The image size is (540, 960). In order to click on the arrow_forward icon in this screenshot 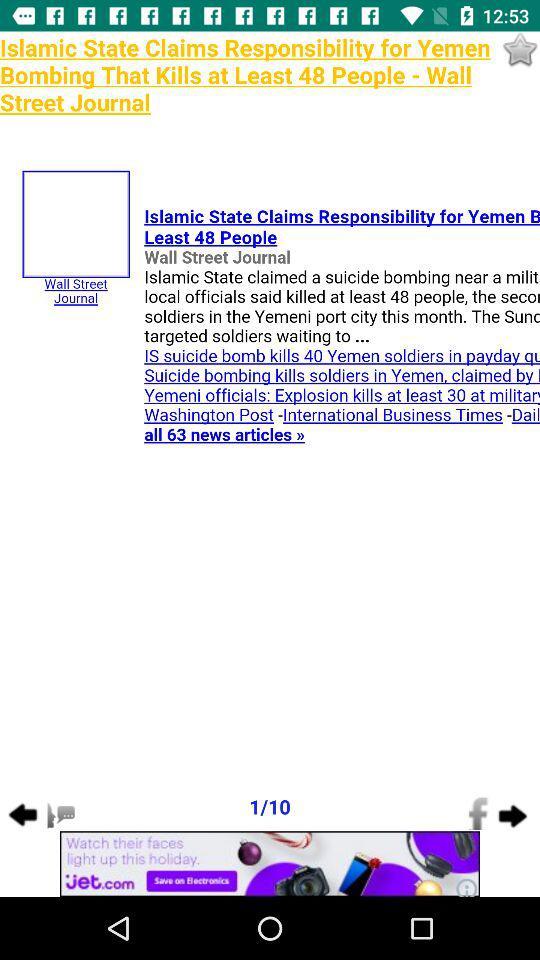, I will do `click(512, 815)`.